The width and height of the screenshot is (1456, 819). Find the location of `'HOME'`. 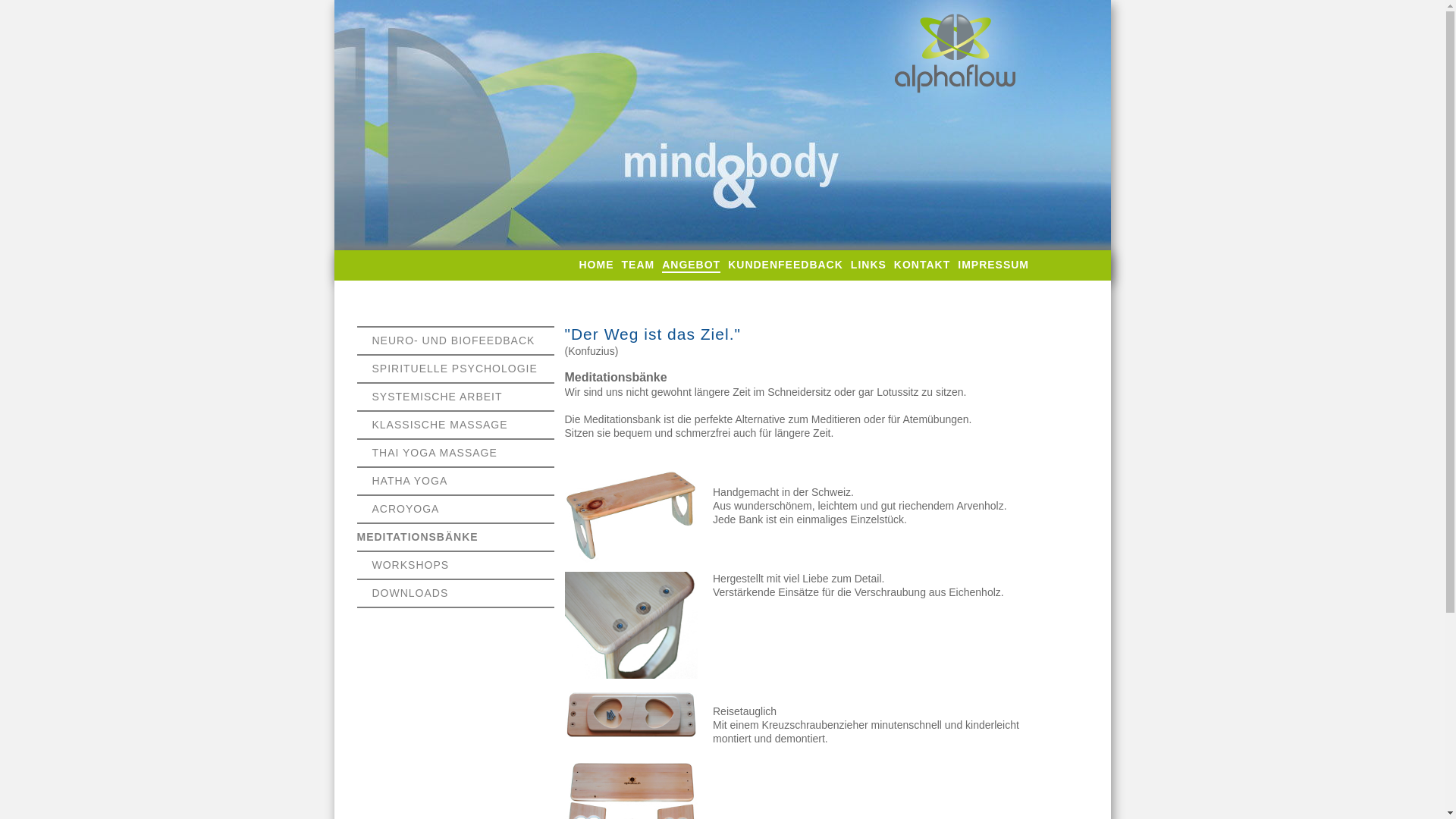

'HOME' is located at coordinates (596, 264).